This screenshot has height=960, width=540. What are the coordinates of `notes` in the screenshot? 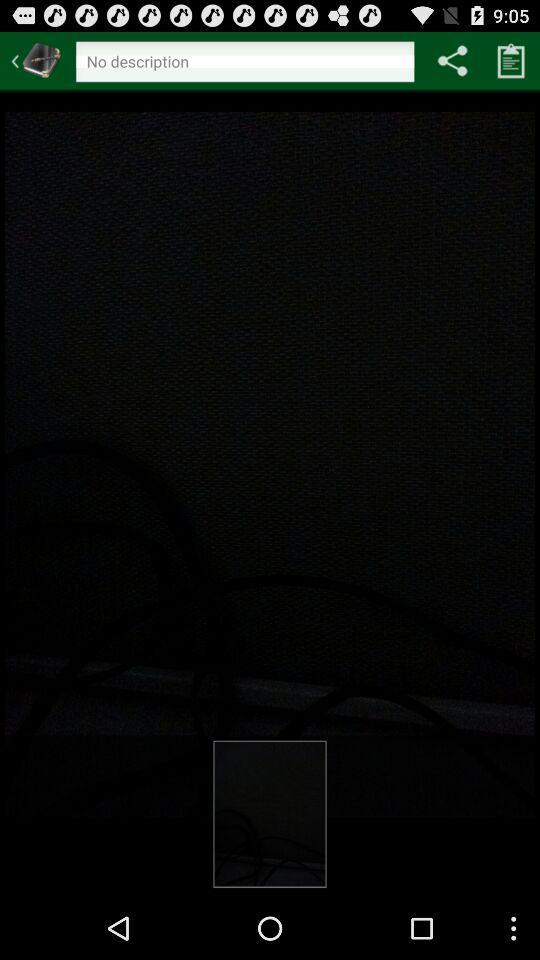 It's located at (511, 59).